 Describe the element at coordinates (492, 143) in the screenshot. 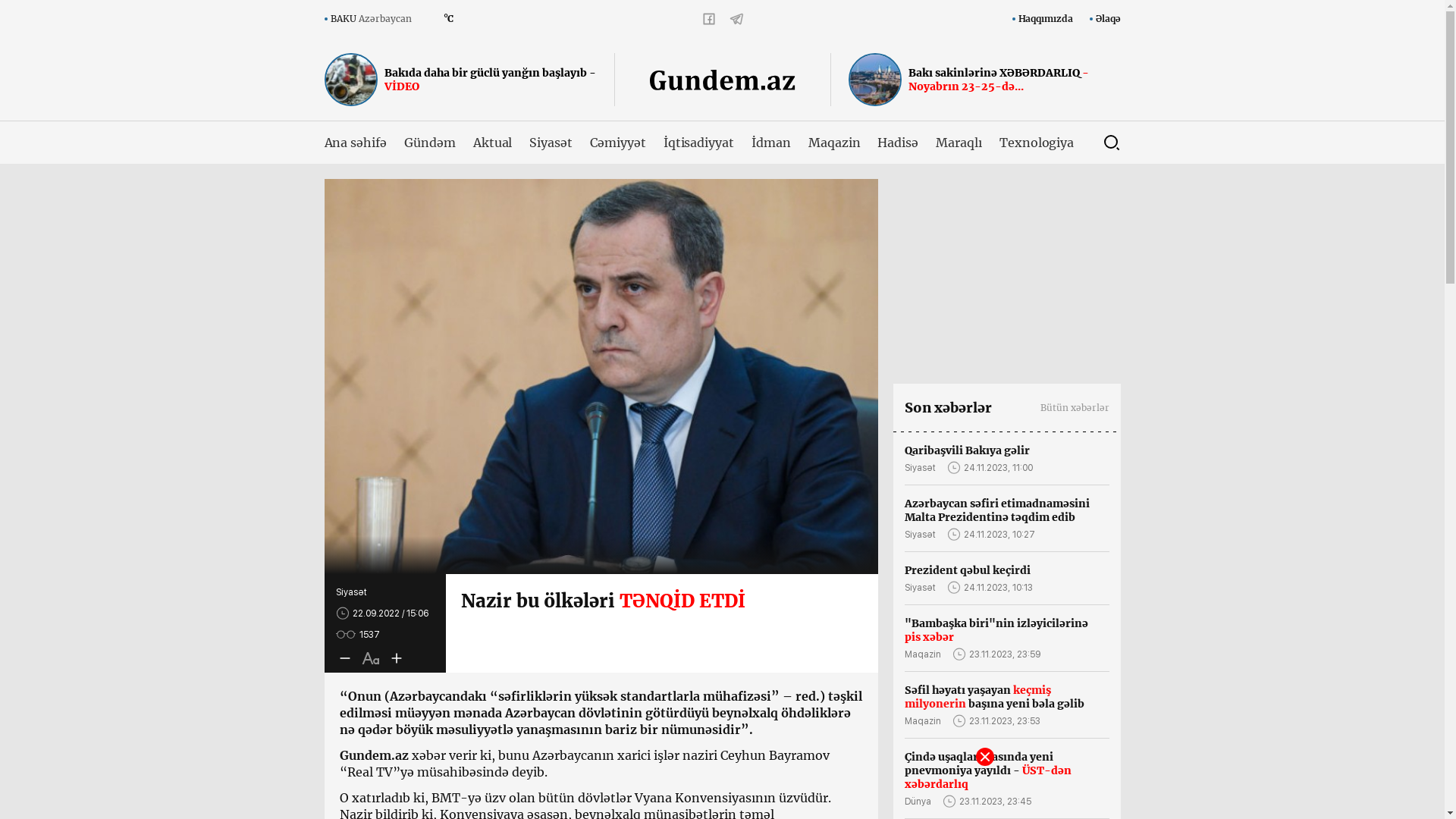

I see `'Aktual'` at that location.